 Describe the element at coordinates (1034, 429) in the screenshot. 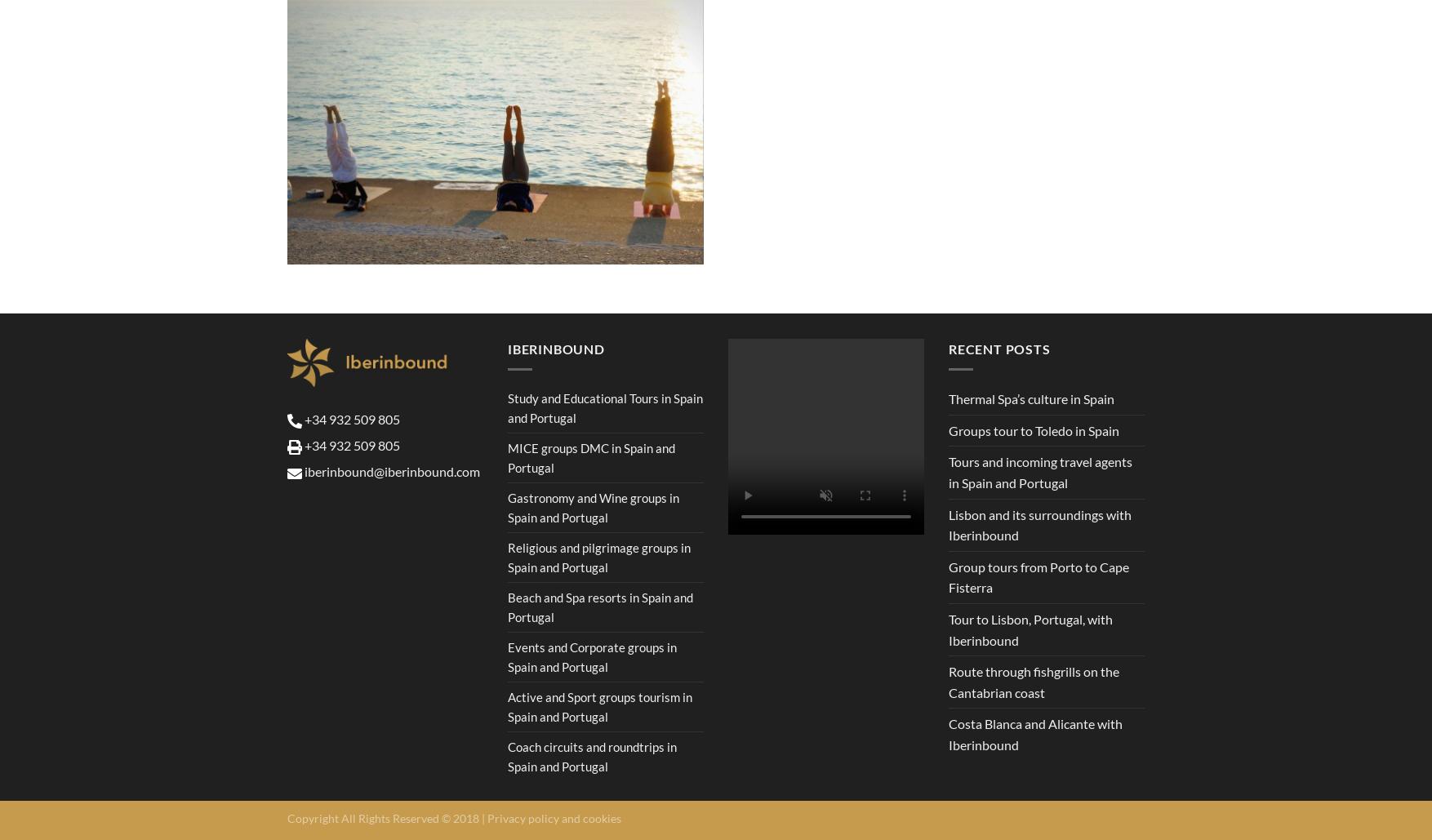

I see `'Groups tour to Toledo in Spain'` at that location.